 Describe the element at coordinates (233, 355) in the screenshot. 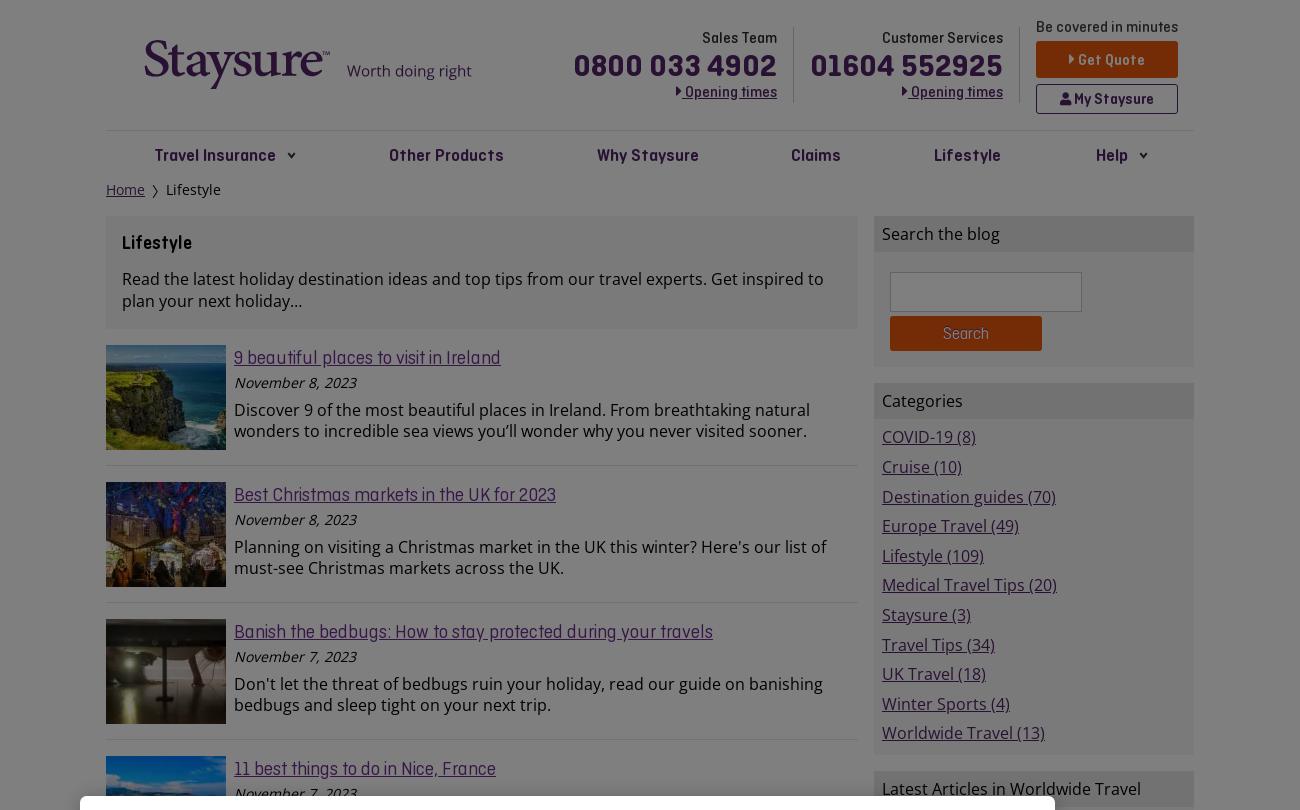

I see `'9 beautiful places to visit in Ireland'` at that location.